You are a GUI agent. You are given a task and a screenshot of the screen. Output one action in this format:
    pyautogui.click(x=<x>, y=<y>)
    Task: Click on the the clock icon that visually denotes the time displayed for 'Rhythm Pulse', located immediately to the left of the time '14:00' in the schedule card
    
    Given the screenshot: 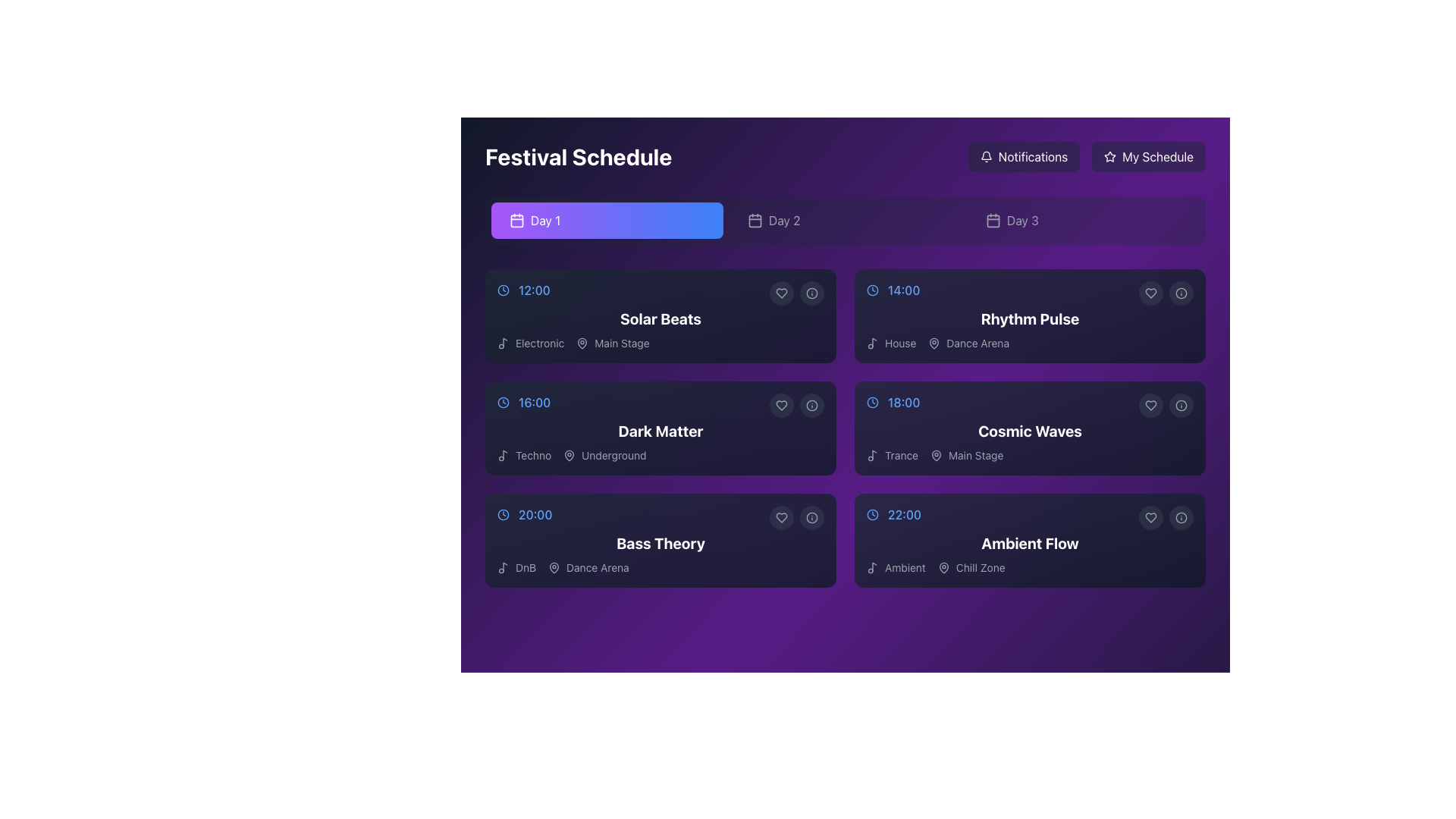 What is the action you would take?
    pyautogui.click(x=873, y=290)
    